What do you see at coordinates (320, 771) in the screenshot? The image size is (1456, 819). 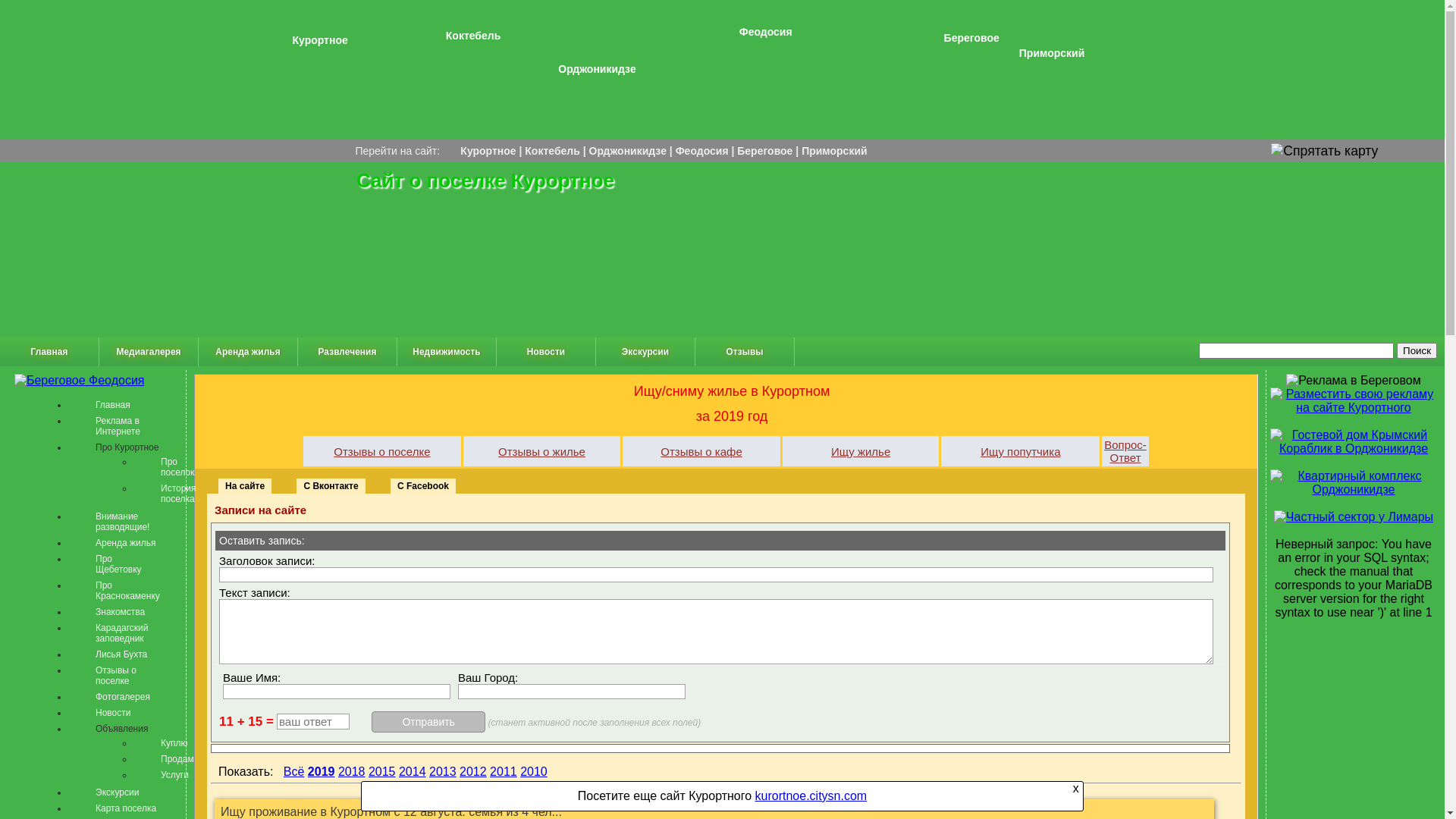 I see `'2019'` at bounding box center [320, 771].